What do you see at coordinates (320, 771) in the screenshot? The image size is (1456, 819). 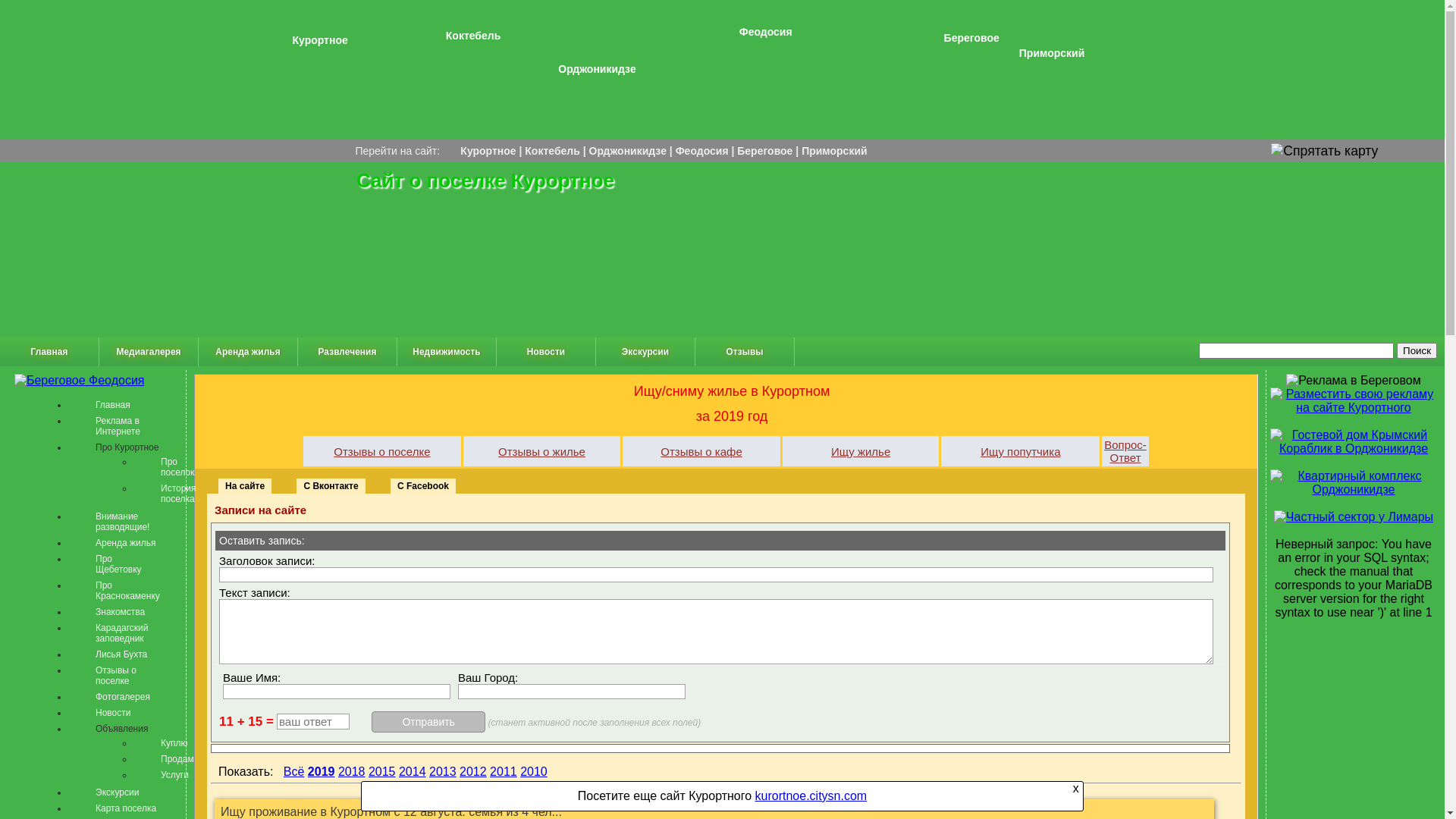 I see `'2019'` at bounding box center [320, 771].